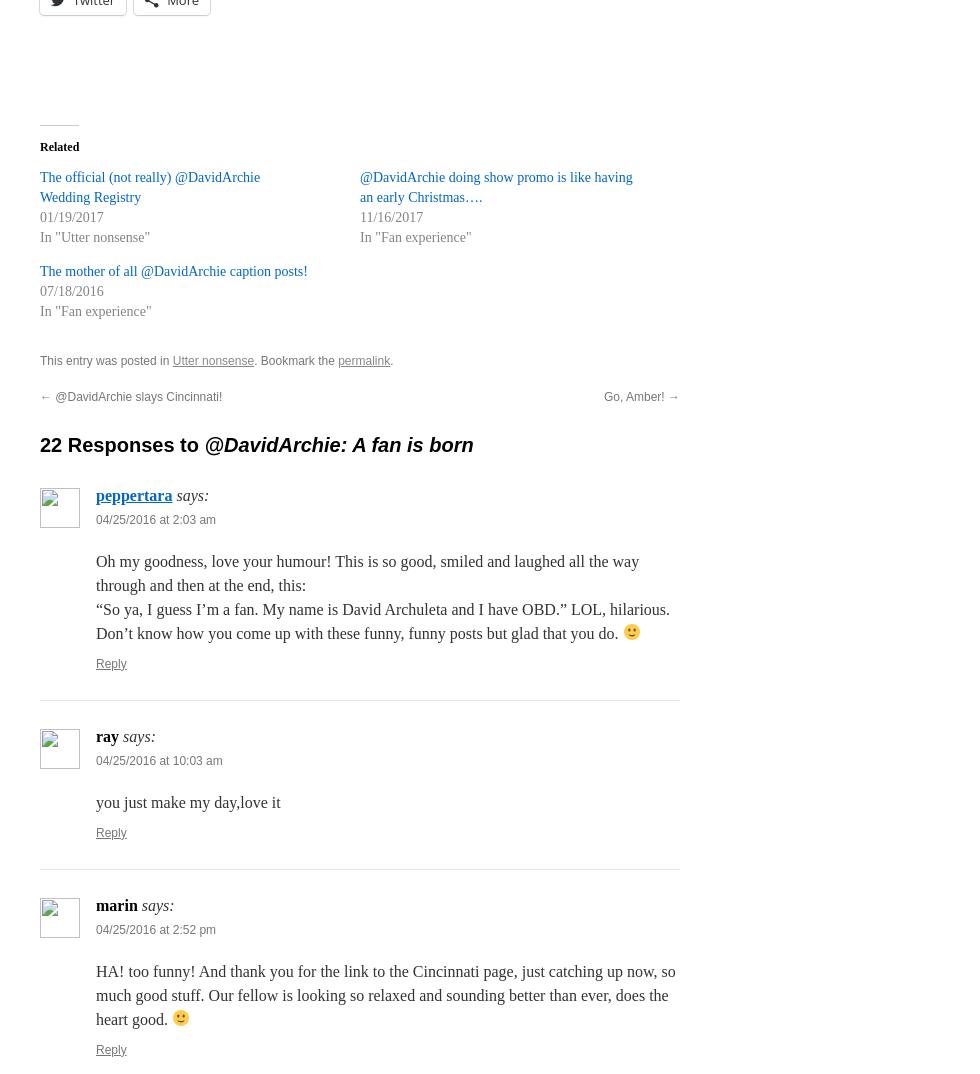 The width and height of the screenshot is (980, 1074). I want to click on 'Don’t know how you come up with these funny, funny posts but glad that you do.', so click(96, 632).